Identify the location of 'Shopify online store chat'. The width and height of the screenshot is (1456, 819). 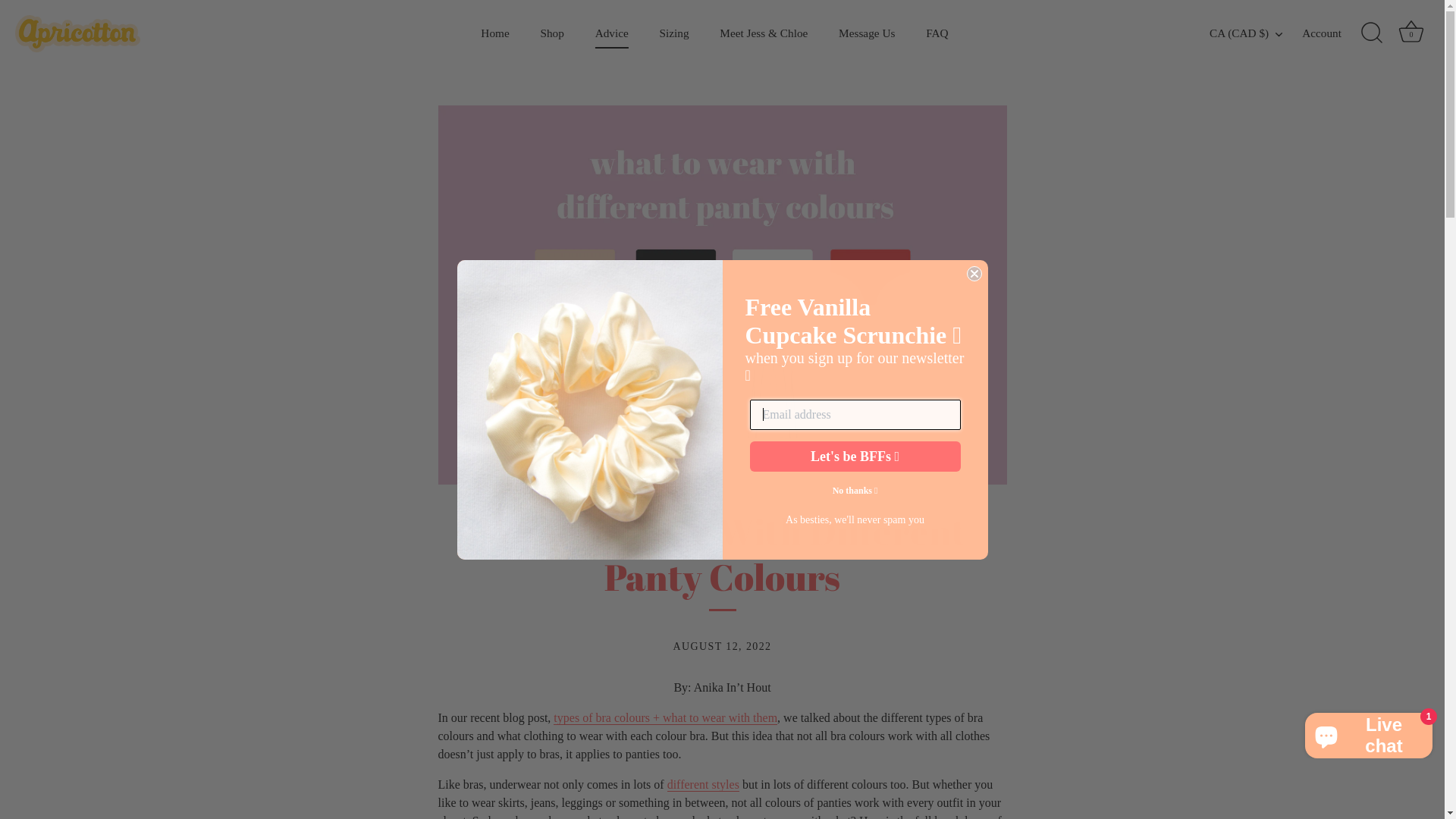
(1299, 731).